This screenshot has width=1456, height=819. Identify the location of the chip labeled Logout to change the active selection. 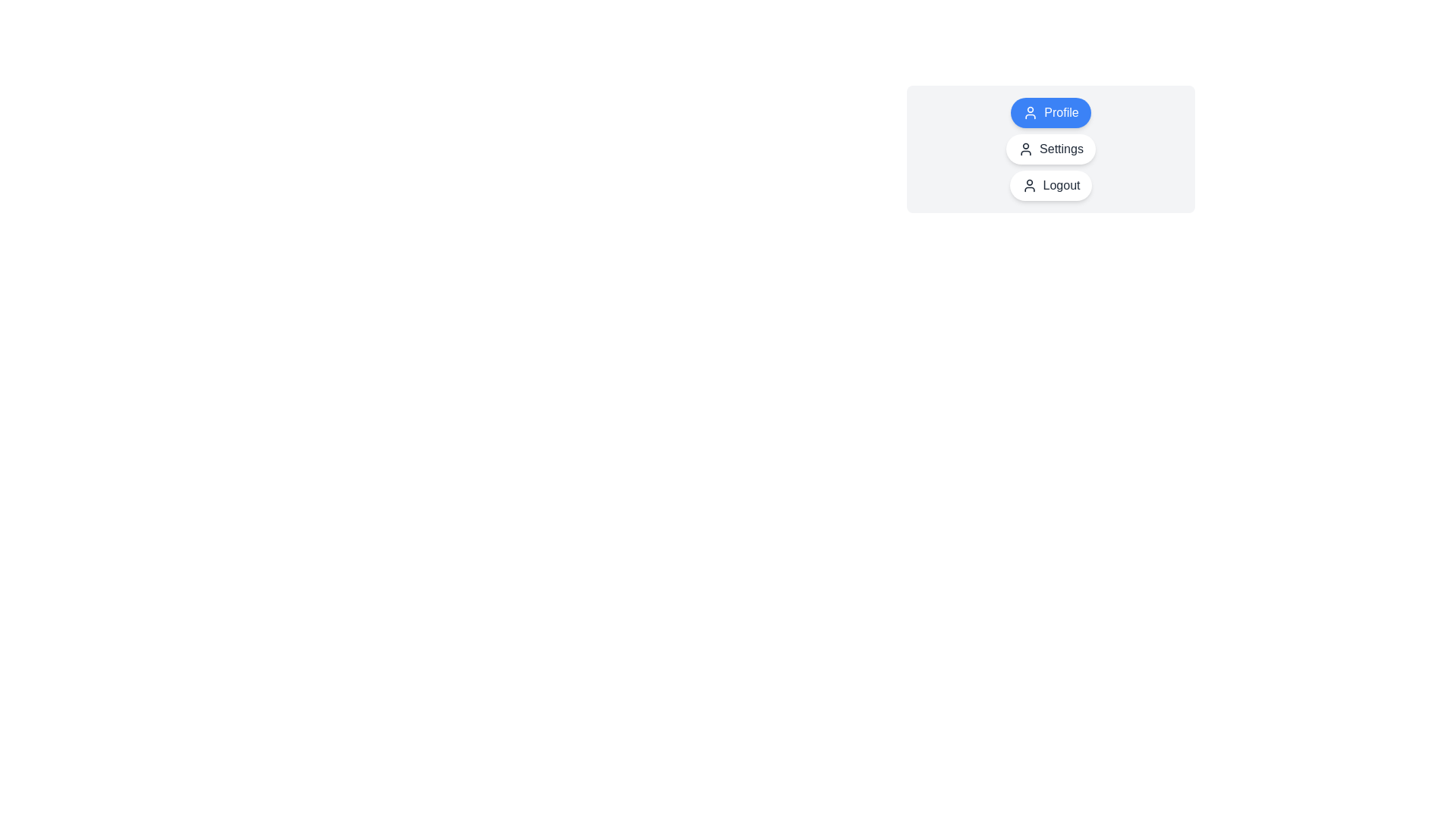
(1050, 185).